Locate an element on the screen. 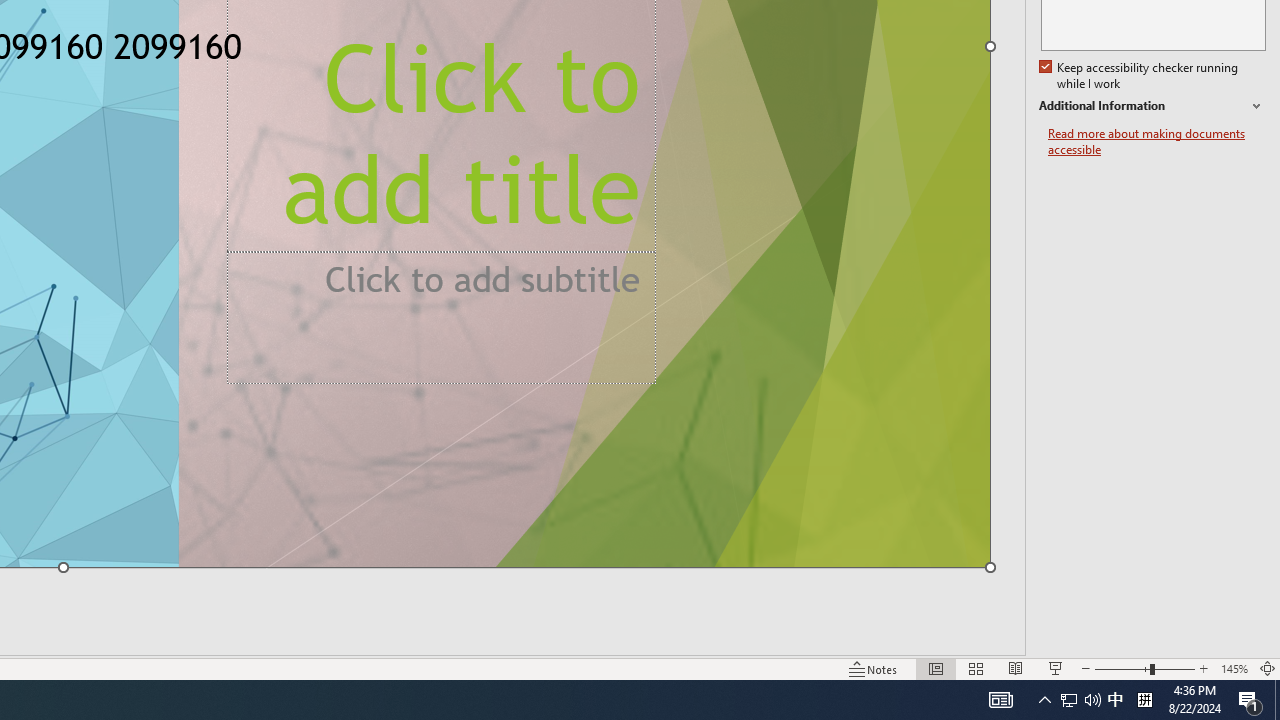 This screenshot has width=1280, height=720. 'Additional Information' is located at coordinates (1152, 106).